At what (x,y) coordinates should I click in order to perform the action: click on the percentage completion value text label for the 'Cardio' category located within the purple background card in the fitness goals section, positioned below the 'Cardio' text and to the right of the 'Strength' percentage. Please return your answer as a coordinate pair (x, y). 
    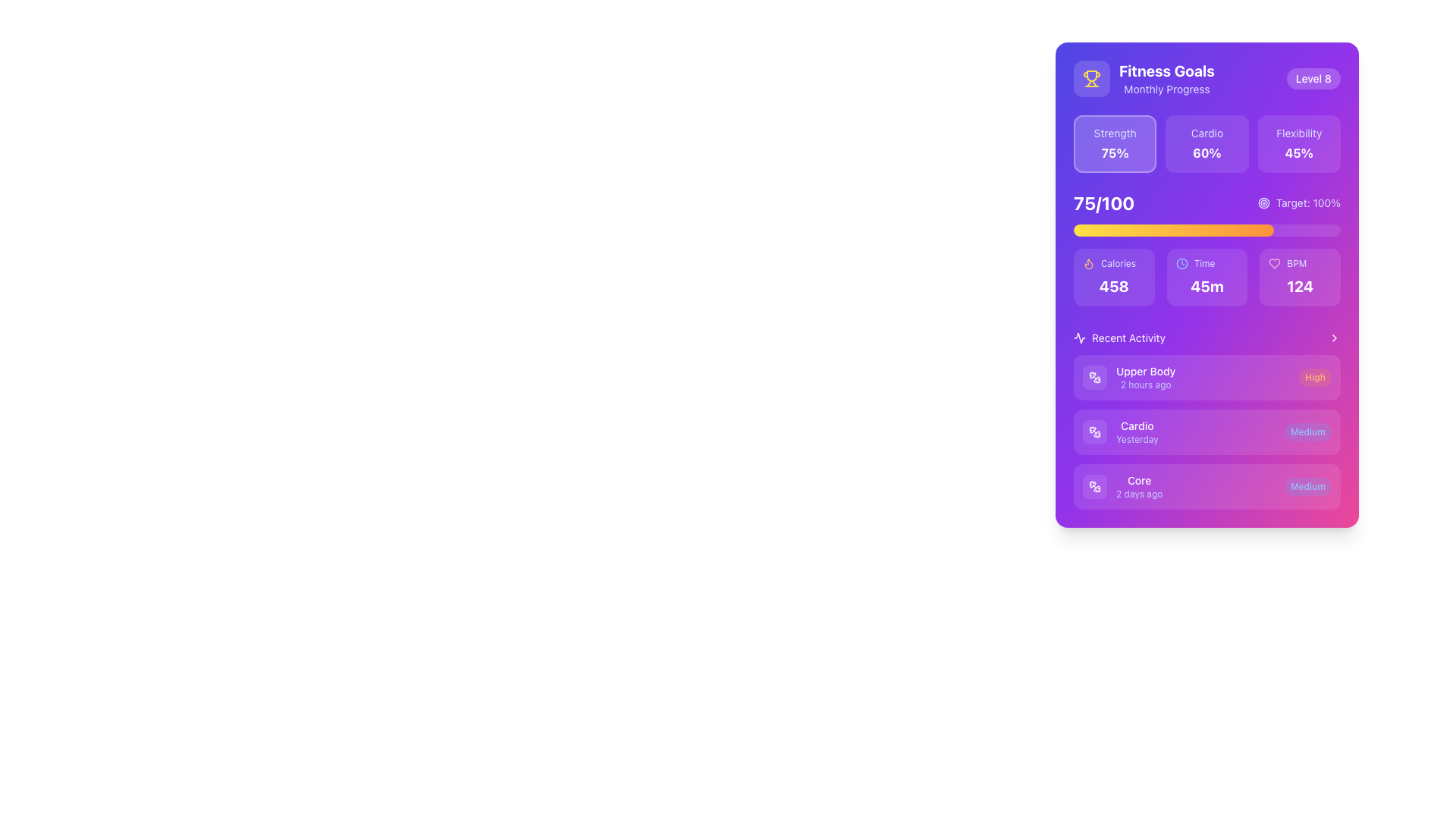
    Looking at the image, I should click on (1207, 152).